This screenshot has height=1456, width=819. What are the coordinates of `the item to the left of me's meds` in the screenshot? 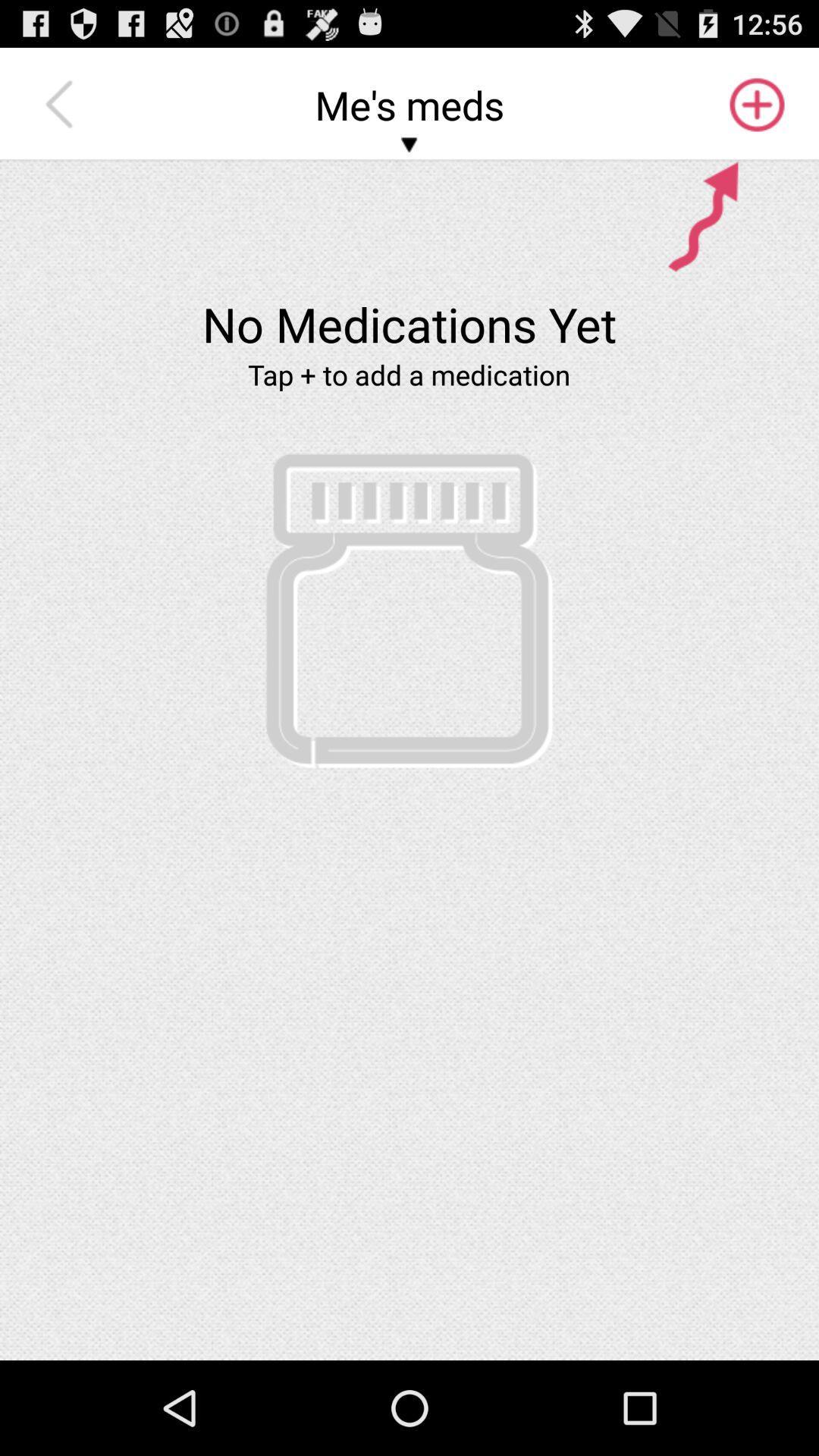 It's located at (62, 104).